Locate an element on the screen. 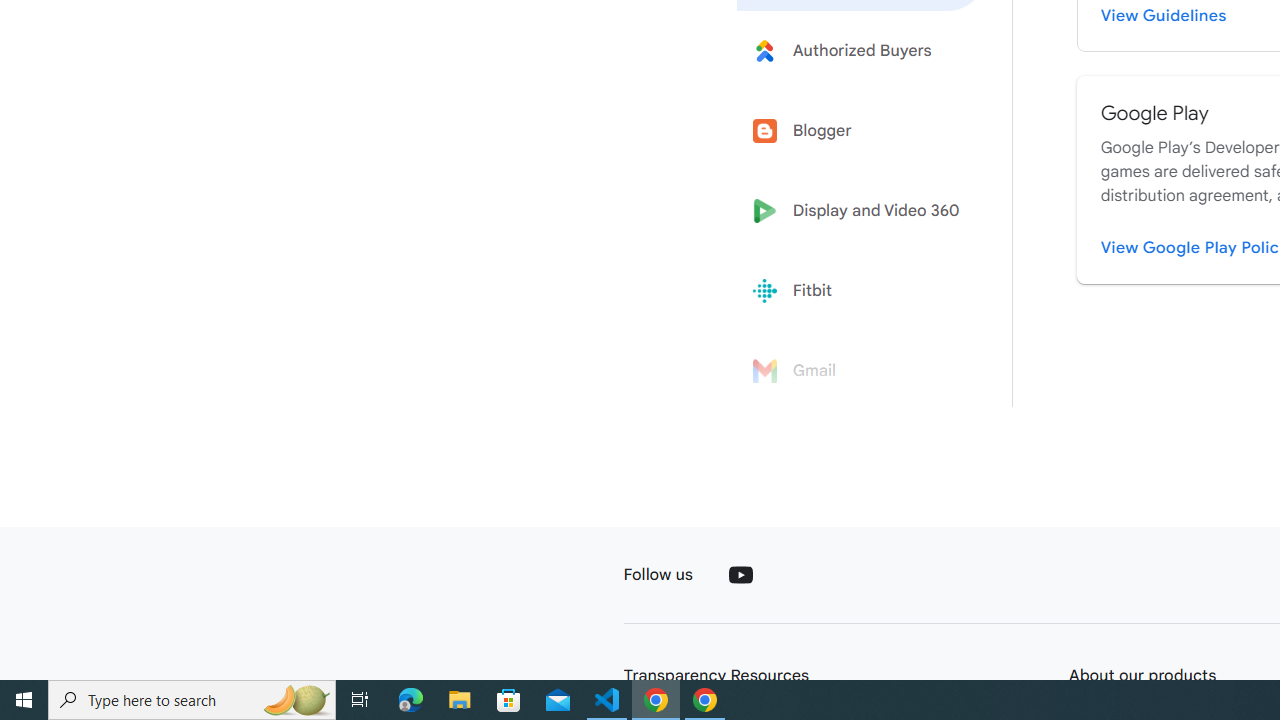  'Display and Video 360' is located at coordinates (862, 211).